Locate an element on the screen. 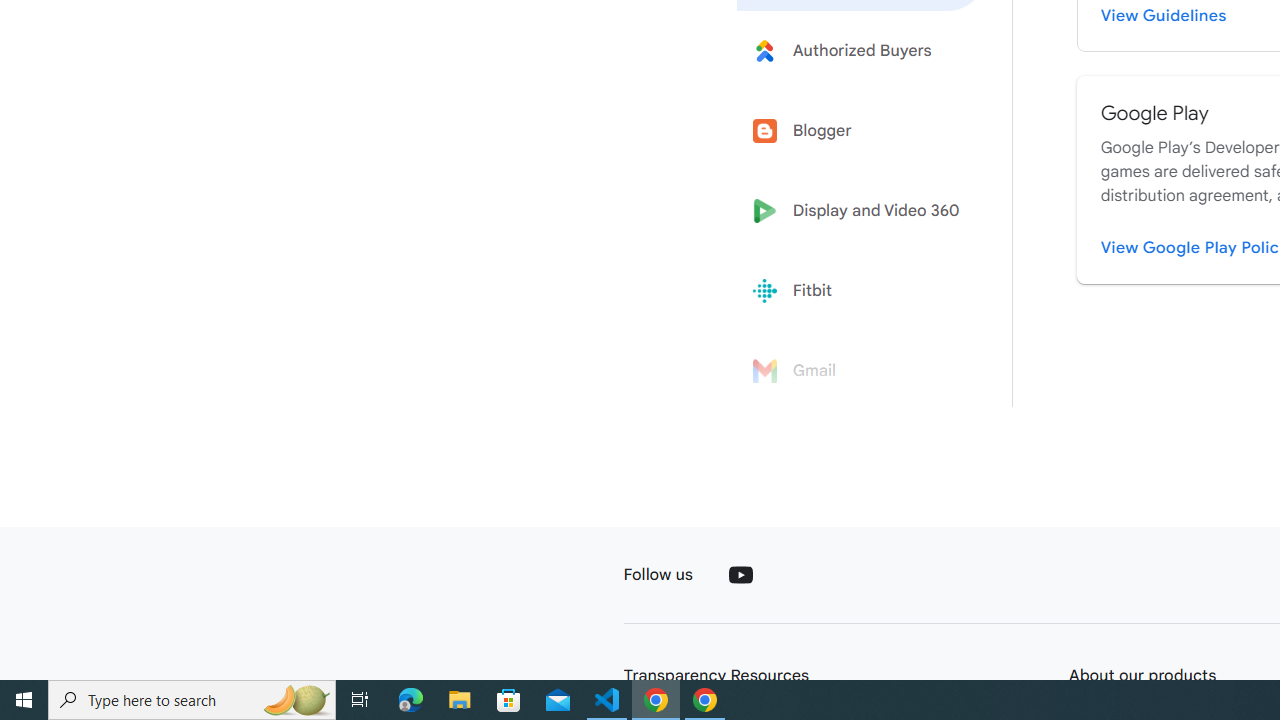  'Display and Video 360' is located at coordinates (862, 211).